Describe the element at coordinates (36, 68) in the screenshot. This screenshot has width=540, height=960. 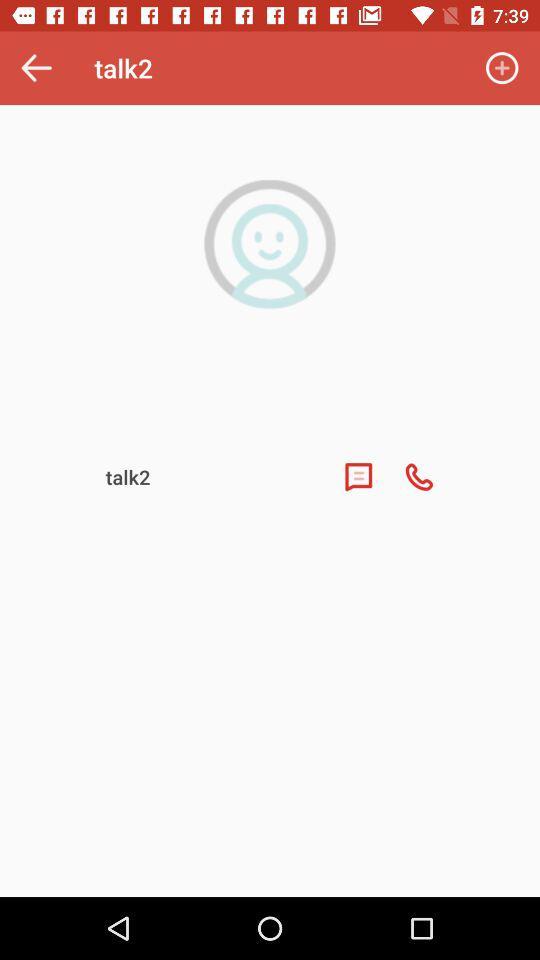
I see `the icon next to talk2 icon` at that location.